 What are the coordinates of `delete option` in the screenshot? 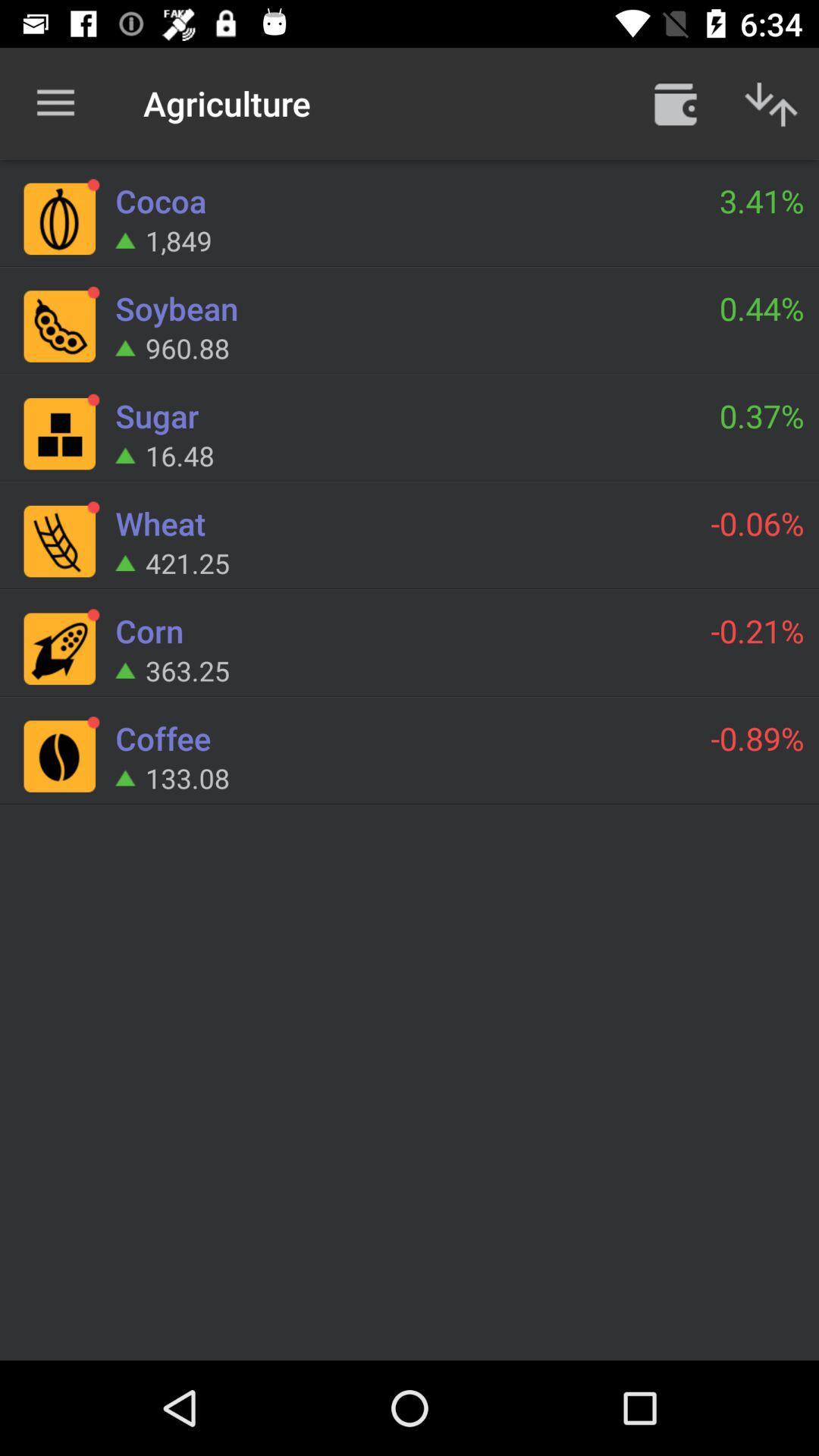 It's located at (675, 102).